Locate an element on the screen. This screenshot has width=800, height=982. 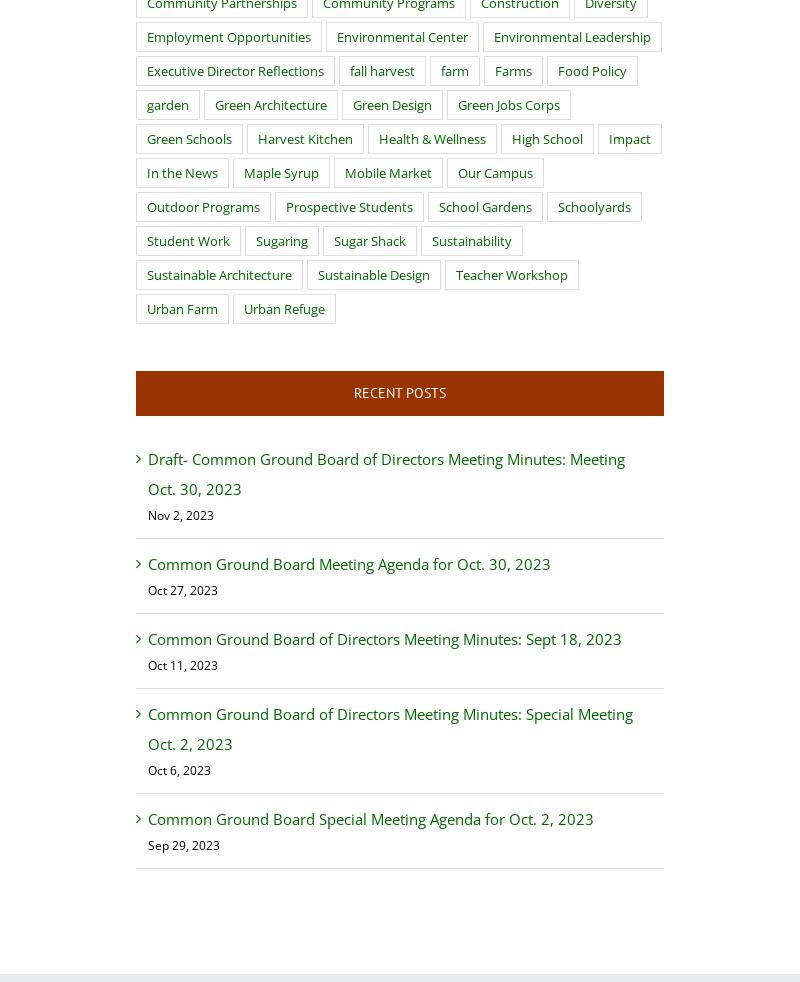
'Teacher Workshop' is located at coordinates (511, 274).